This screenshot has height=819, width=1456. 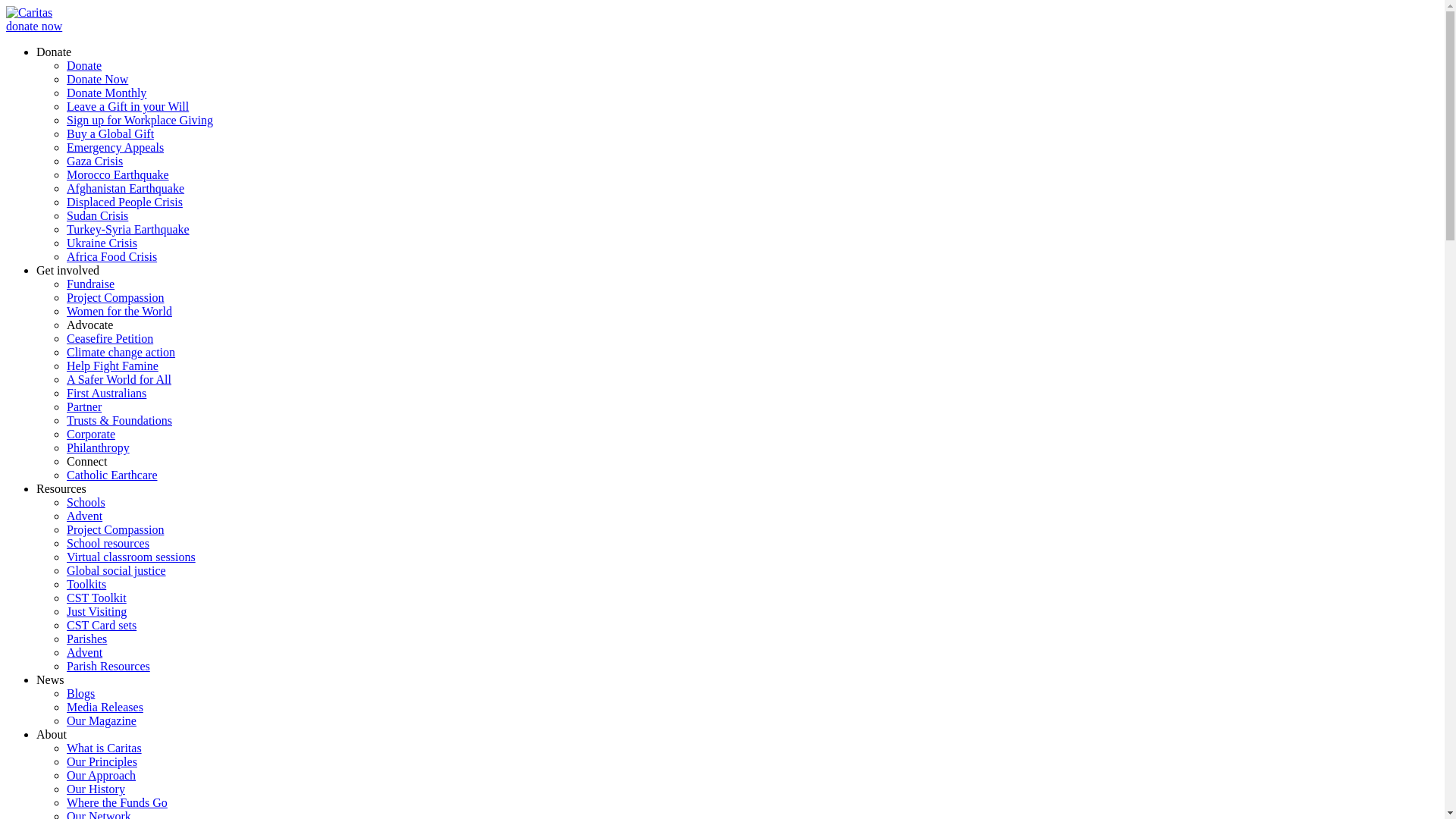 What do you see at coordinates (111, 366) in the screenshot?
I see `'Help Fight Famine'` at bounding box center [111, 366].